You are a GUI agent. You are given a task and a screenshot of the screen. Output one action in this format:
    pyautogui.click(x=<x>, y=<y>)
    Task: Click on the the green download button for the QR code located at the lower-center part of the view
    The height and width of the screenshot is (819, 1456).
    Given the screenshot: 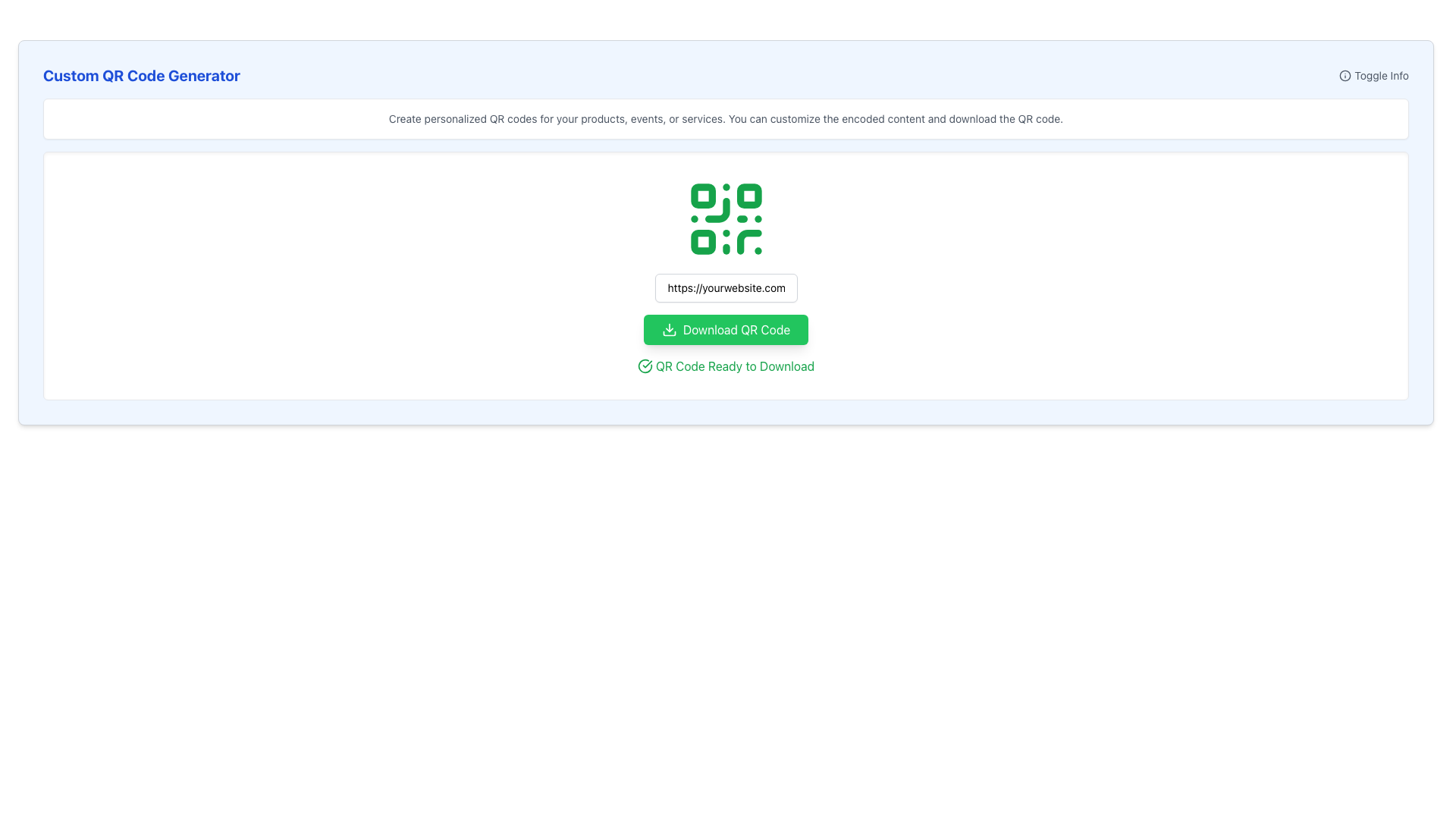 What is the action you would take?
    pyautogui.click(x=668, y=329)
    